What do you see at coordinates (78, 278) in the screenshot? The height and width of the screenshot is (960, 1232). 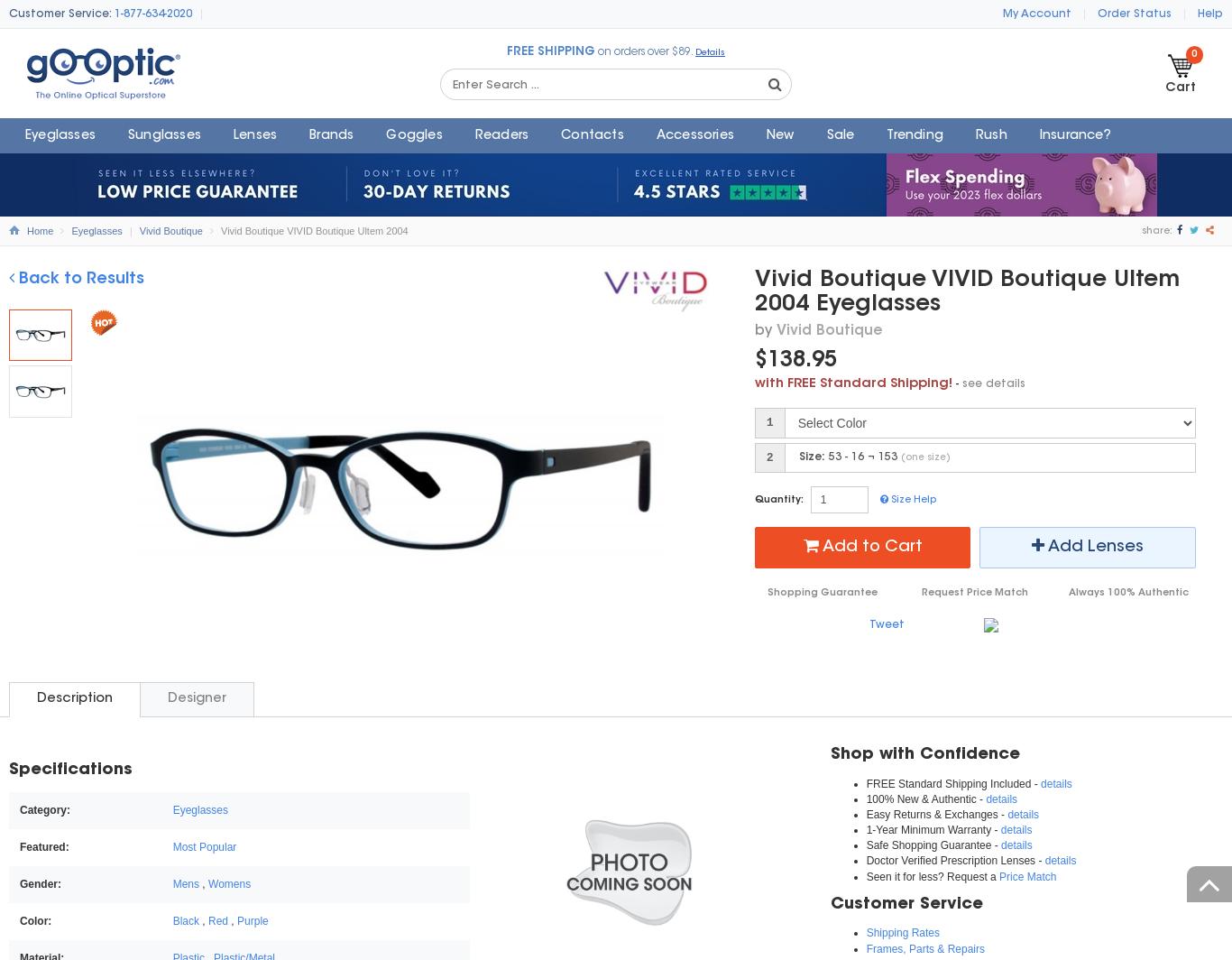 I see `'Back to Results'` at bounding box center [78, 278].